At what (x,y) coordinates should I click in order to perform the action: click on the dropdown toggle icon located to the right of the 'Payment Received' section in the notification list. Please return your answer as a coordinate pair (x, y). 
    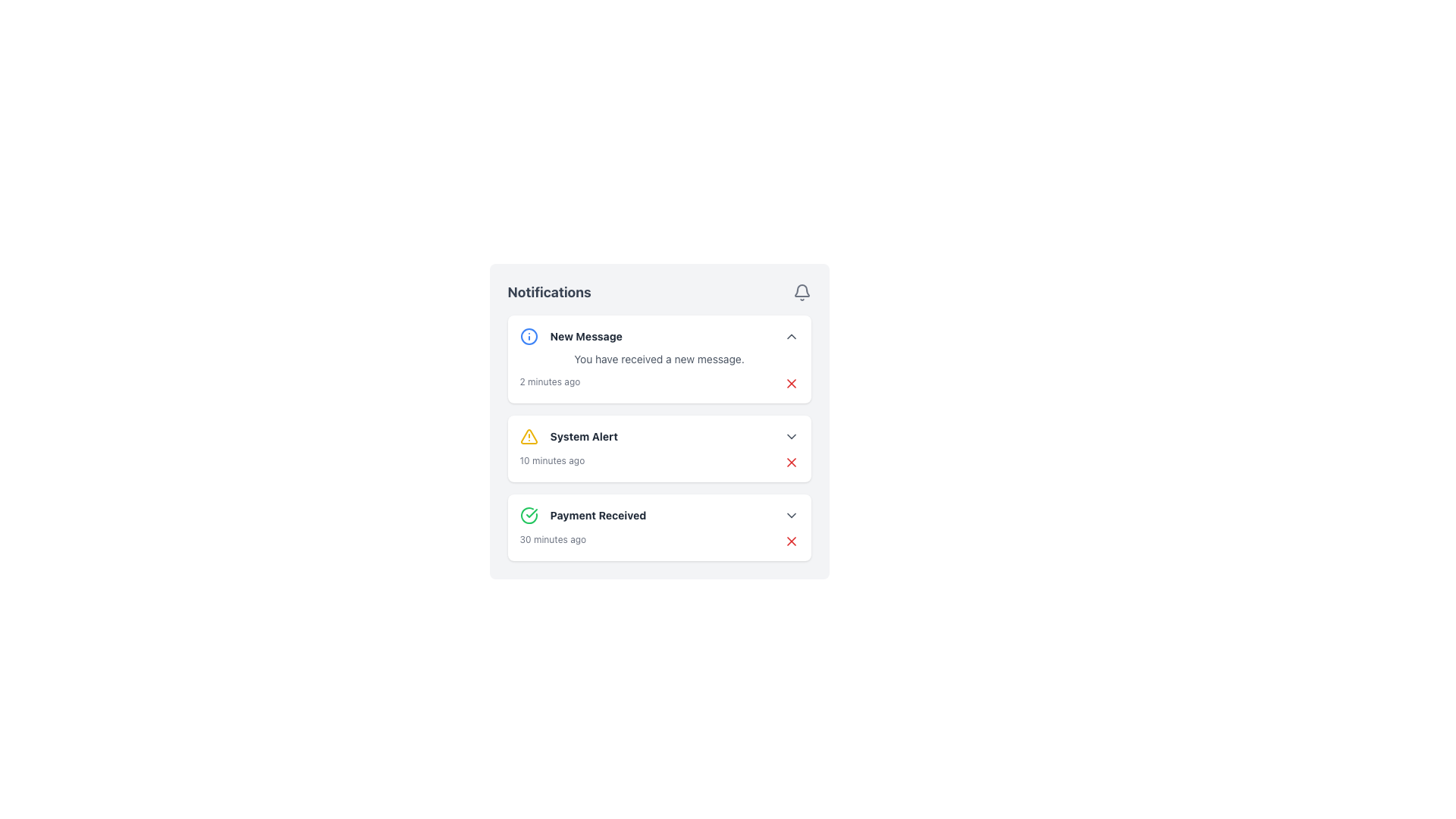
    Looking at the image, I should click on (790, 514).